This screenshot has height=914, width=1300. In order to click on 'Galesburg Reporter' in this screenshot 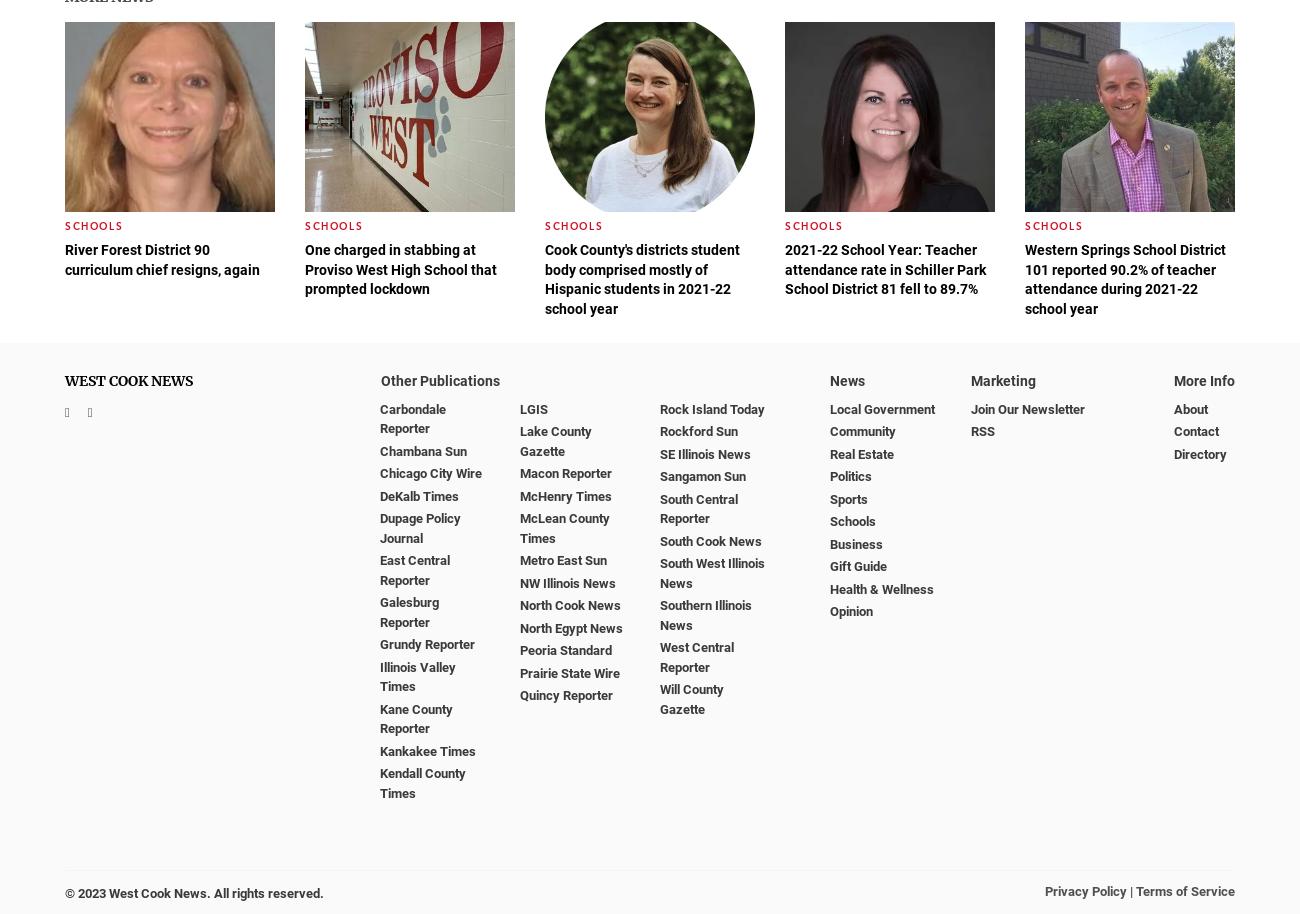, I will do `click(409, 611)`.